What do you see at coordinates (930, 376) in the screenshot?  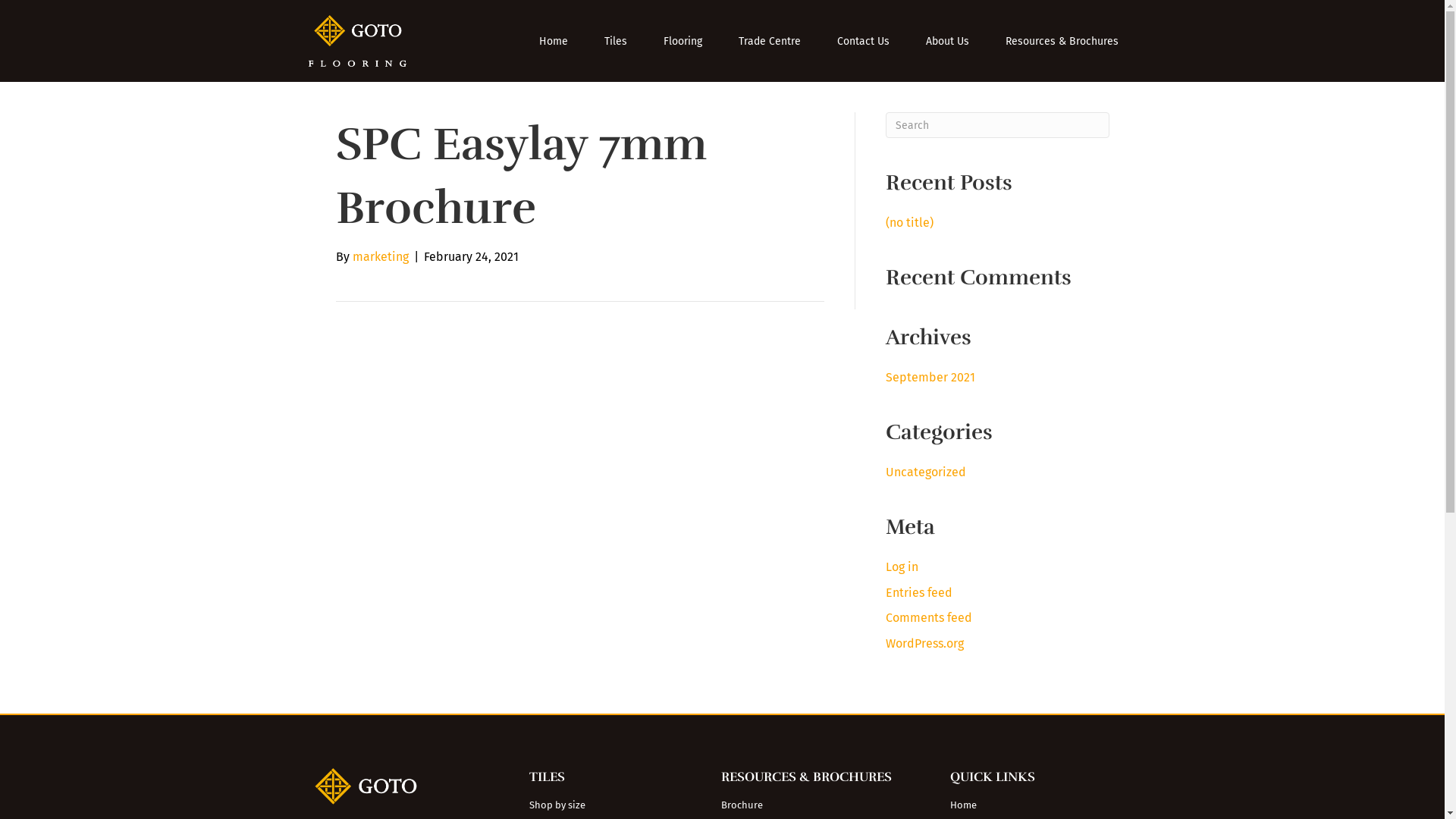 I see `'September 2021'` at bounding box center [930, 376].